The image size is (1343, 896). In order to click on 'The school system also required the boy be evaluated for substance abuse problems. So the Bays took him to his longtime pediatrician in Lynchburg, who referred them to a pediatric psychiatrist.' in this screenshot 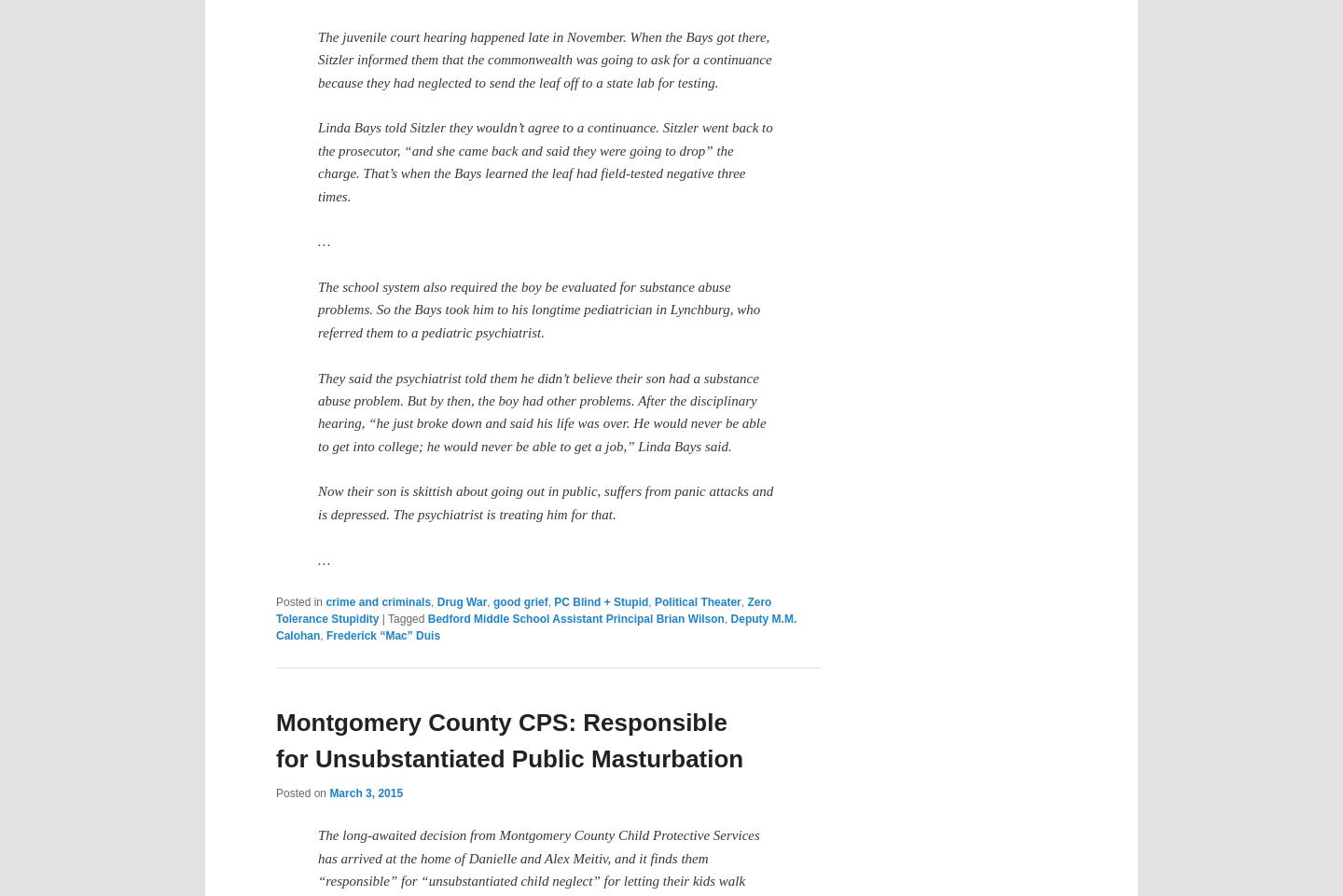, I will do `click(539, 309)`.